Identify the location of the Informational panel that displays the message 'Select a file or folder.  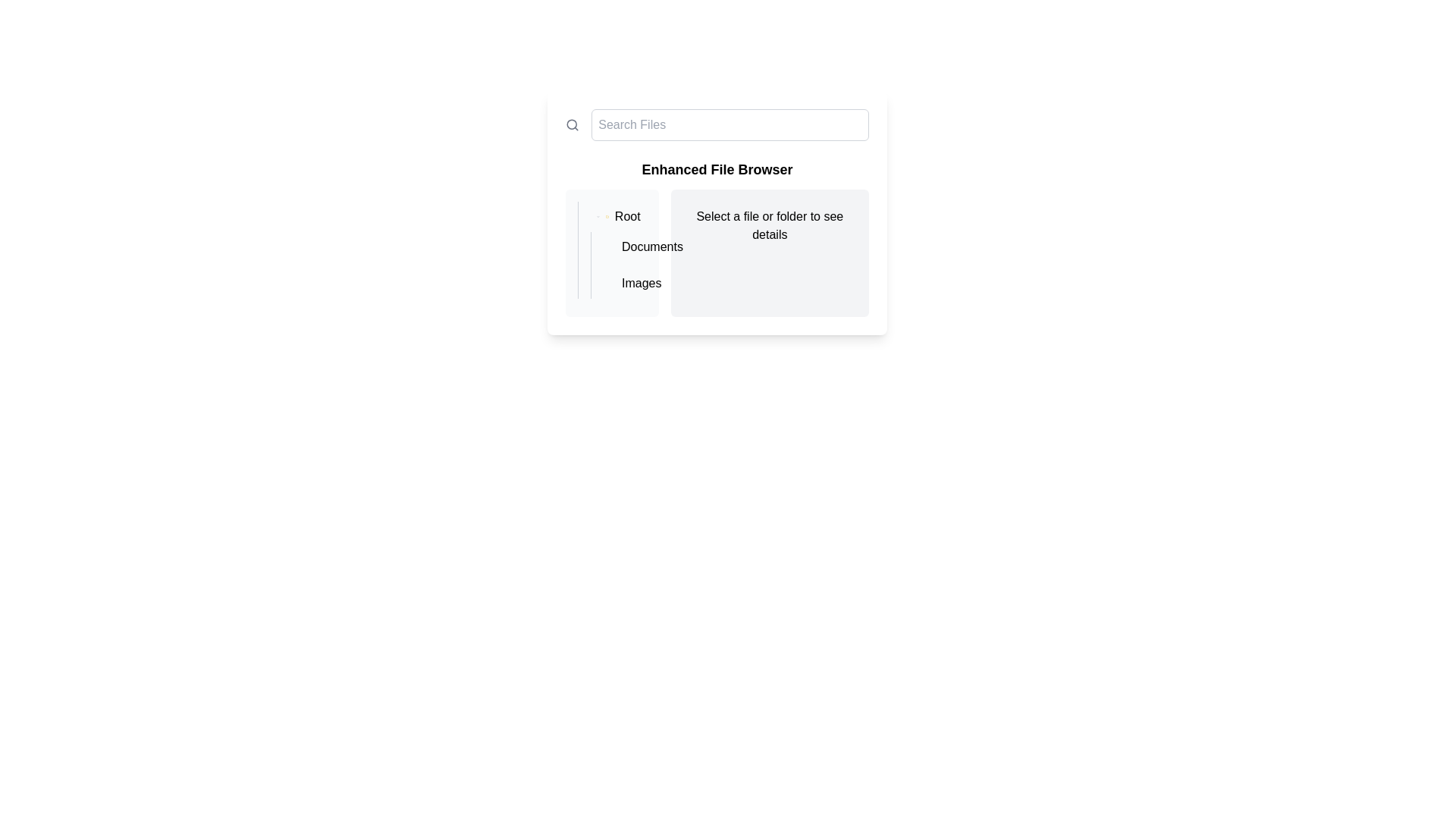
(770, 253).